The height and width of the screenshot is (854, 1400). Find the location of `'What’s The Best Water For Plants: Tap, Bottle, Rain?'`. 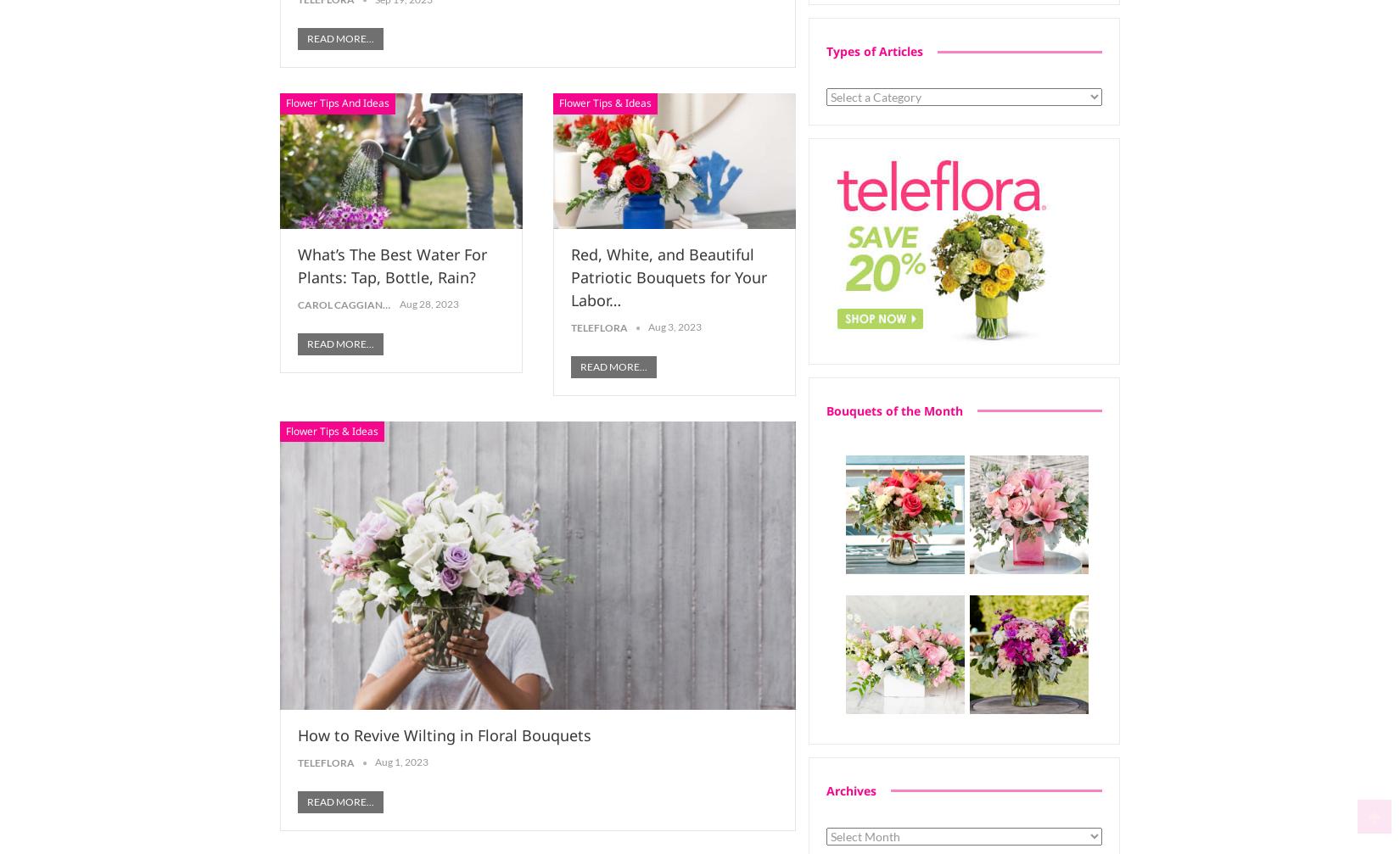

'What’s The Best Water For Plants: Tap, Bottle, Rain?' is located at coordinates (391, 265).